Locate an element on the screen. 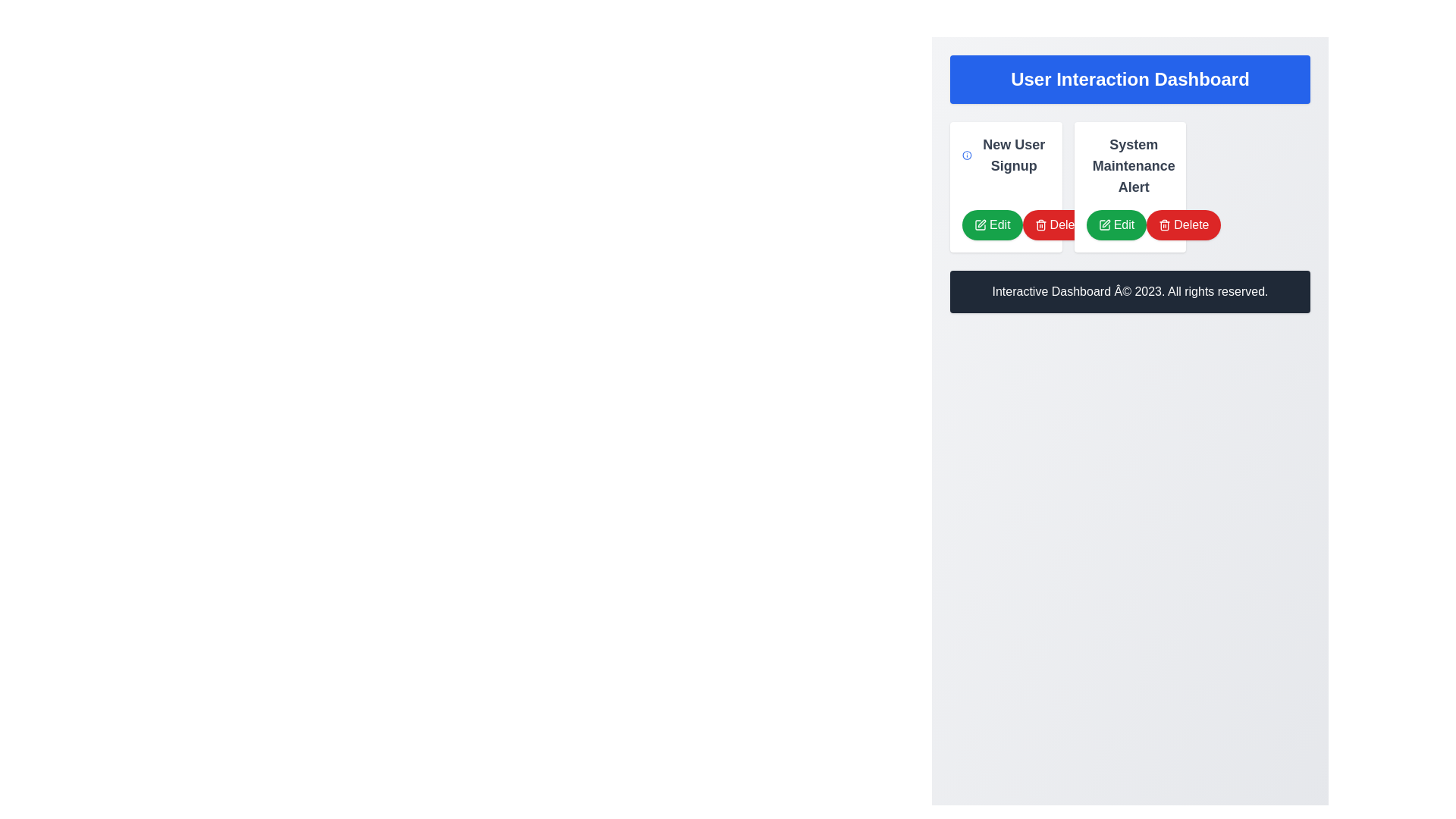 This screenshot has width=1456, height=819. the 'Delete' button with a red background and white text is located at coordinates (1059, 225).